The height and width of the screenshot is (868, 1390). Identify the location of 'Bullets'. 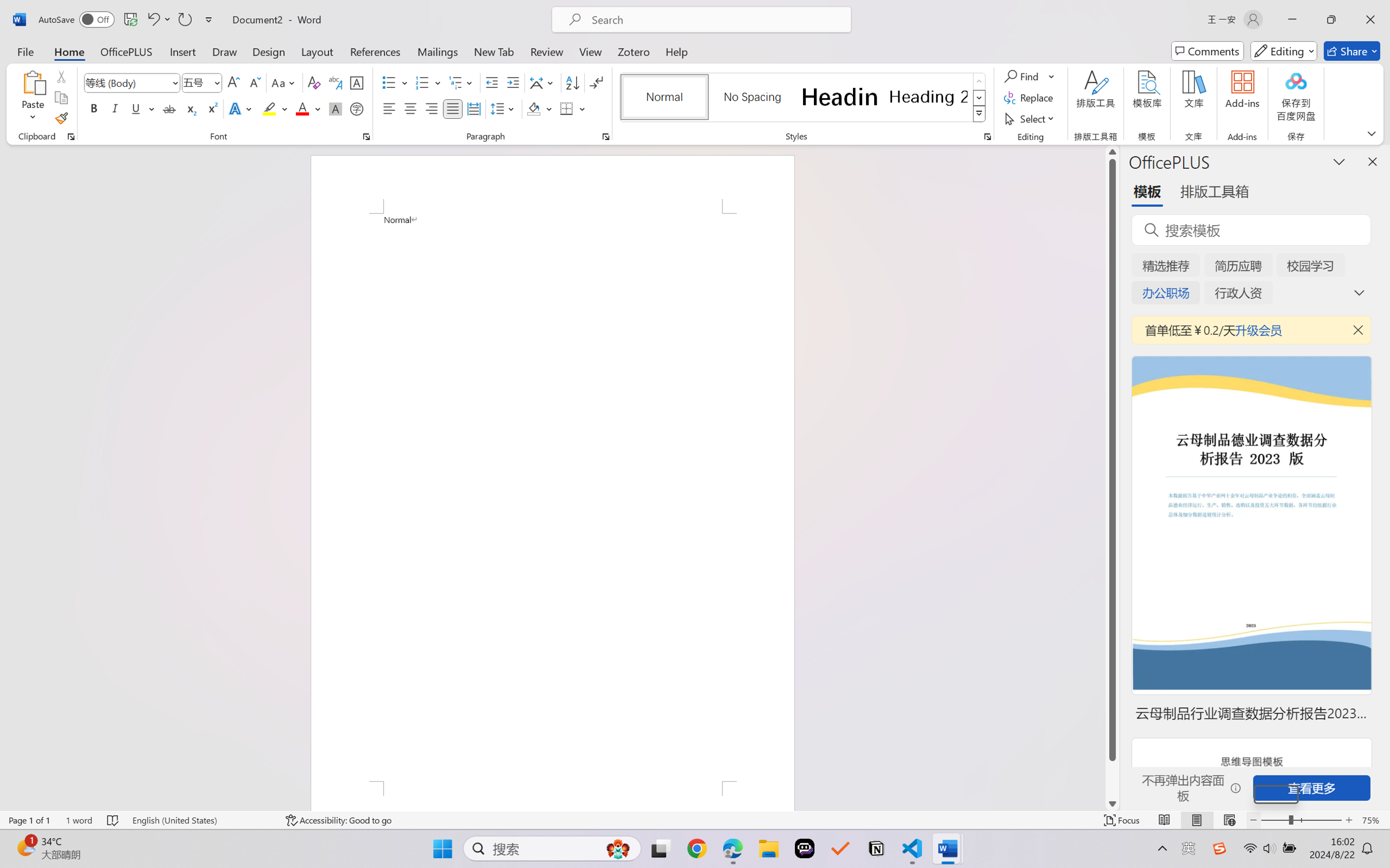
(389, 83).